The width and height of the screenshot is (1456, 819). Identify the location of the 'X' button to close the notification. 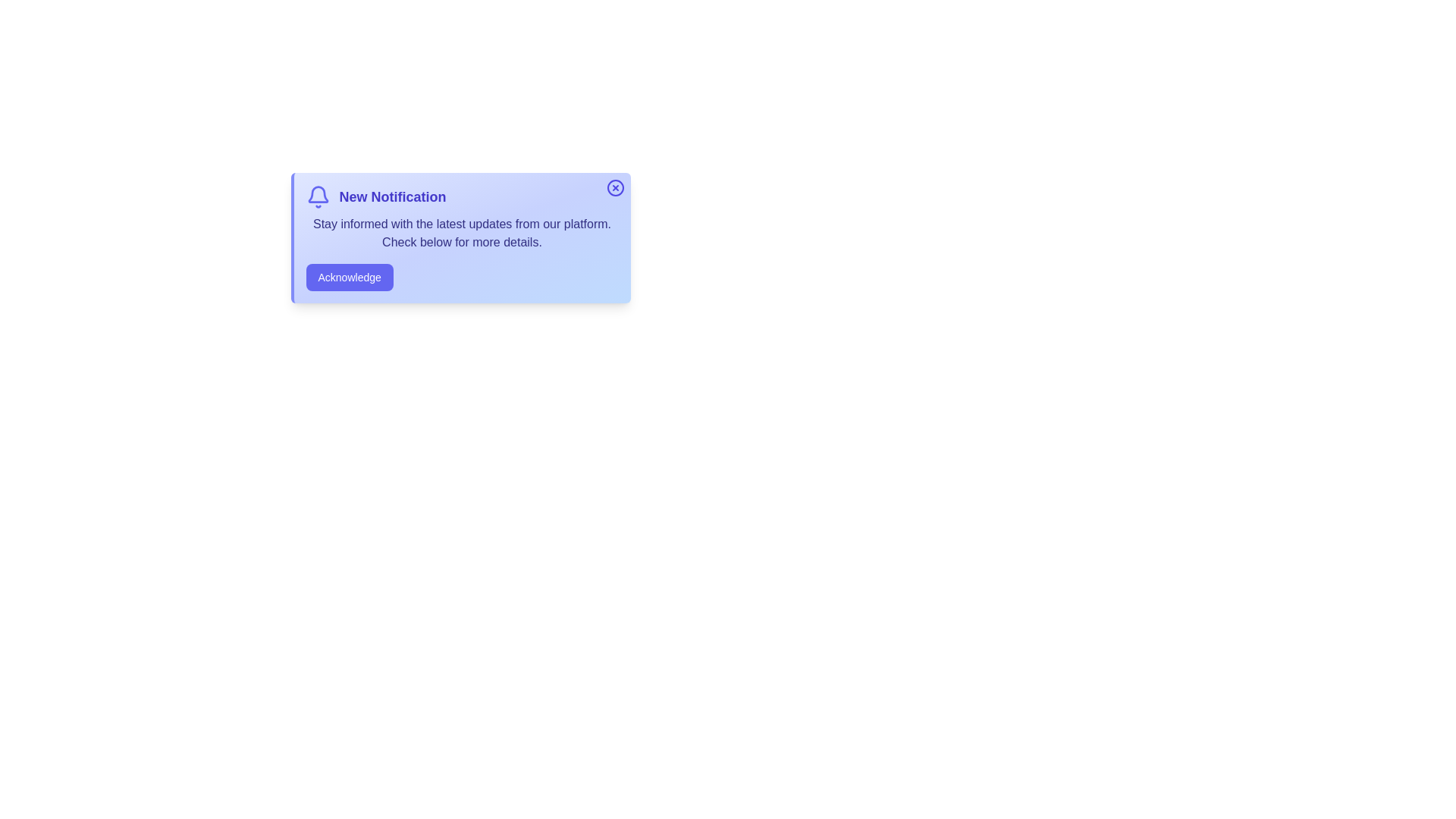
(615, 187).